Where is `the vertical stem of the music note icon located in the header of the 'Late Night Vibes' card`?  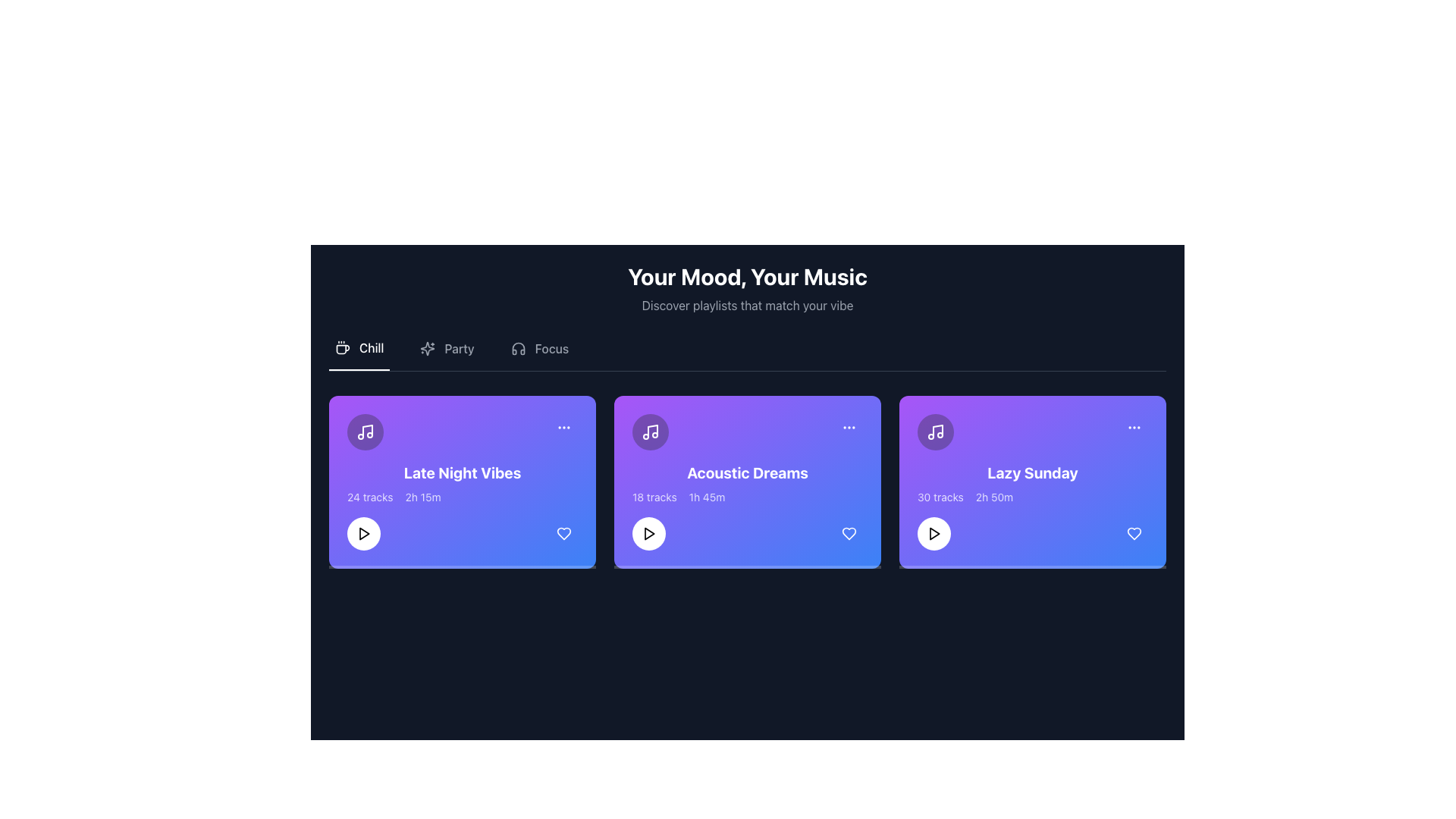 the vertical stem of the music note icon located in the header of the 'Late Night Vibes' card is located at coordinates (367, 431).